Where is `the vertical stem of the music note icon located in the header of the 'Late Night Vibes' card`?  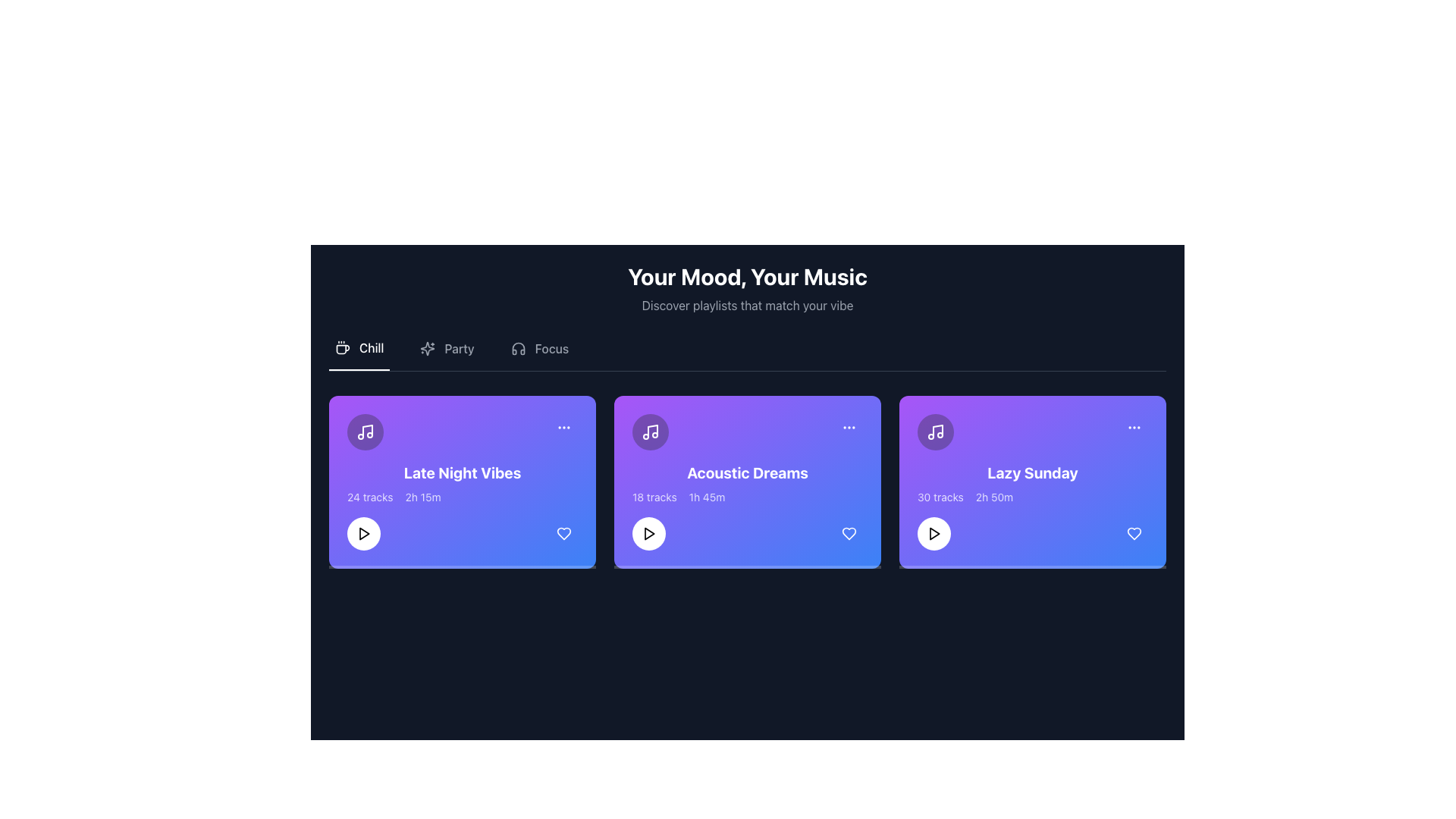 the vertical stem of the music note icon located in the header of the 'Late Night Vibes' card is located at coordinates (367, 431).